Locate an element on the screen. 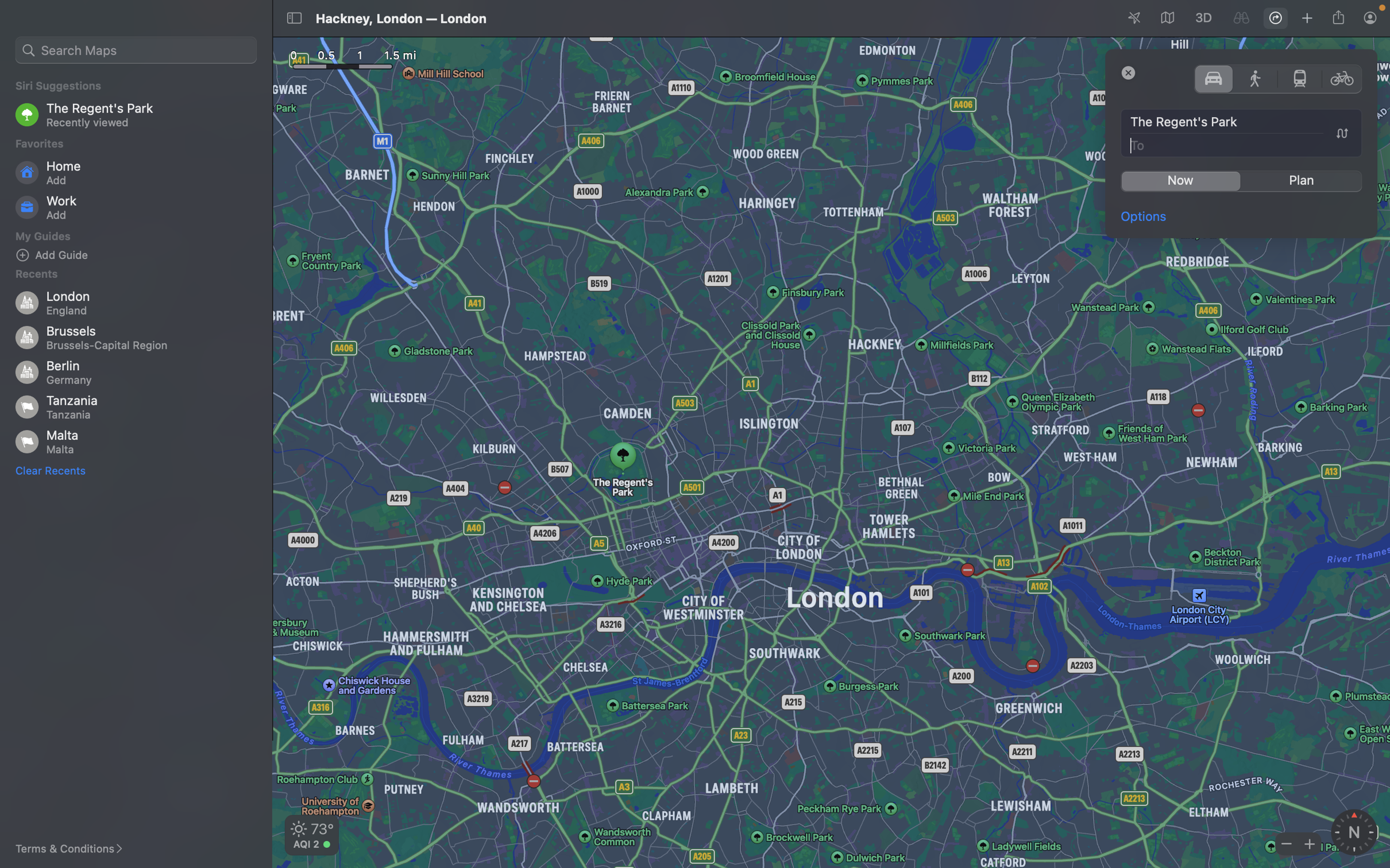 Image resolution: width=1390 pixels, height=868 pixels. the "start location" field to enter a starting location is located at coordinates (1242, 122).